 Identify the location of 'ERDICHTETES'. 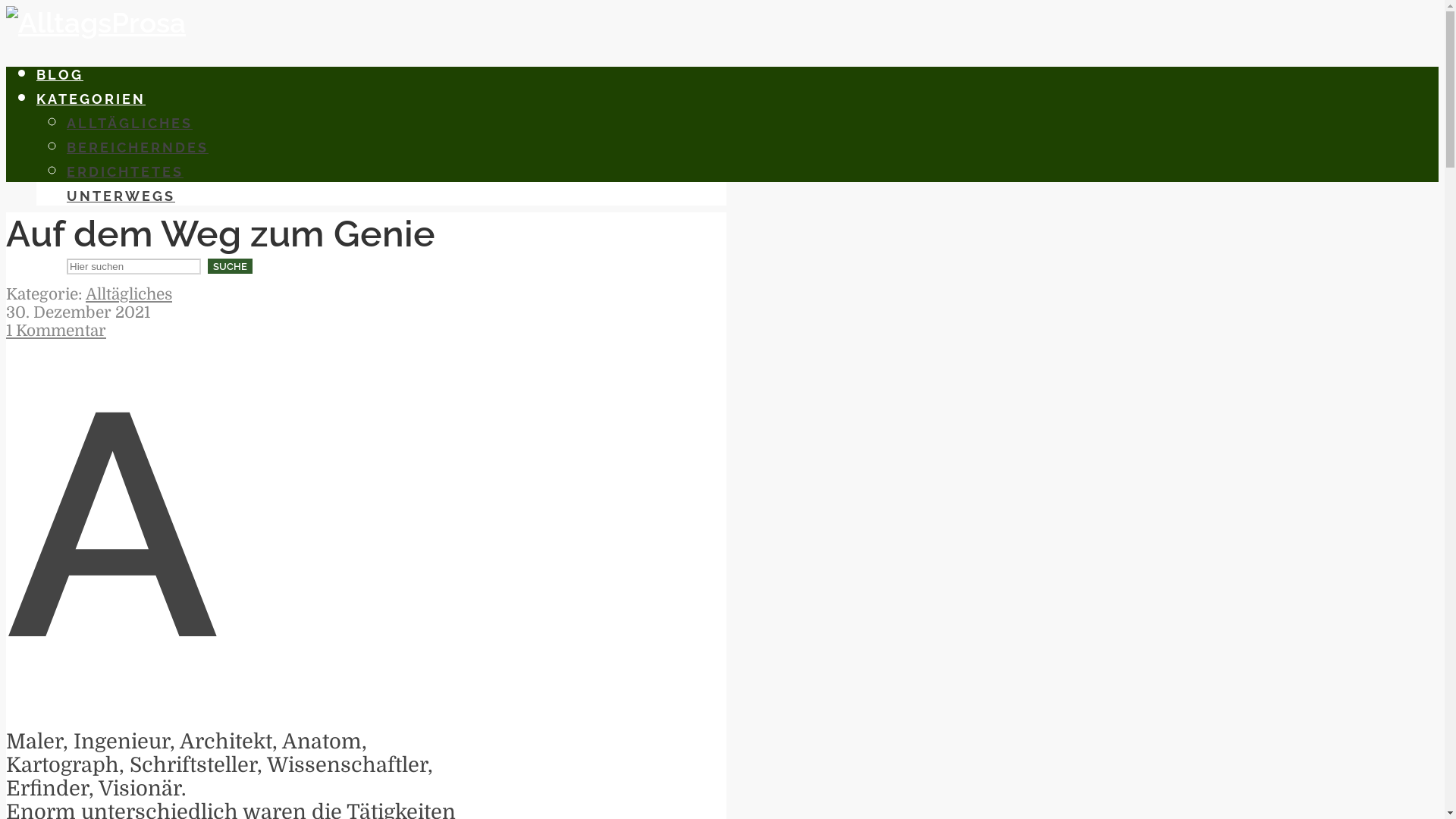
(65, 171).